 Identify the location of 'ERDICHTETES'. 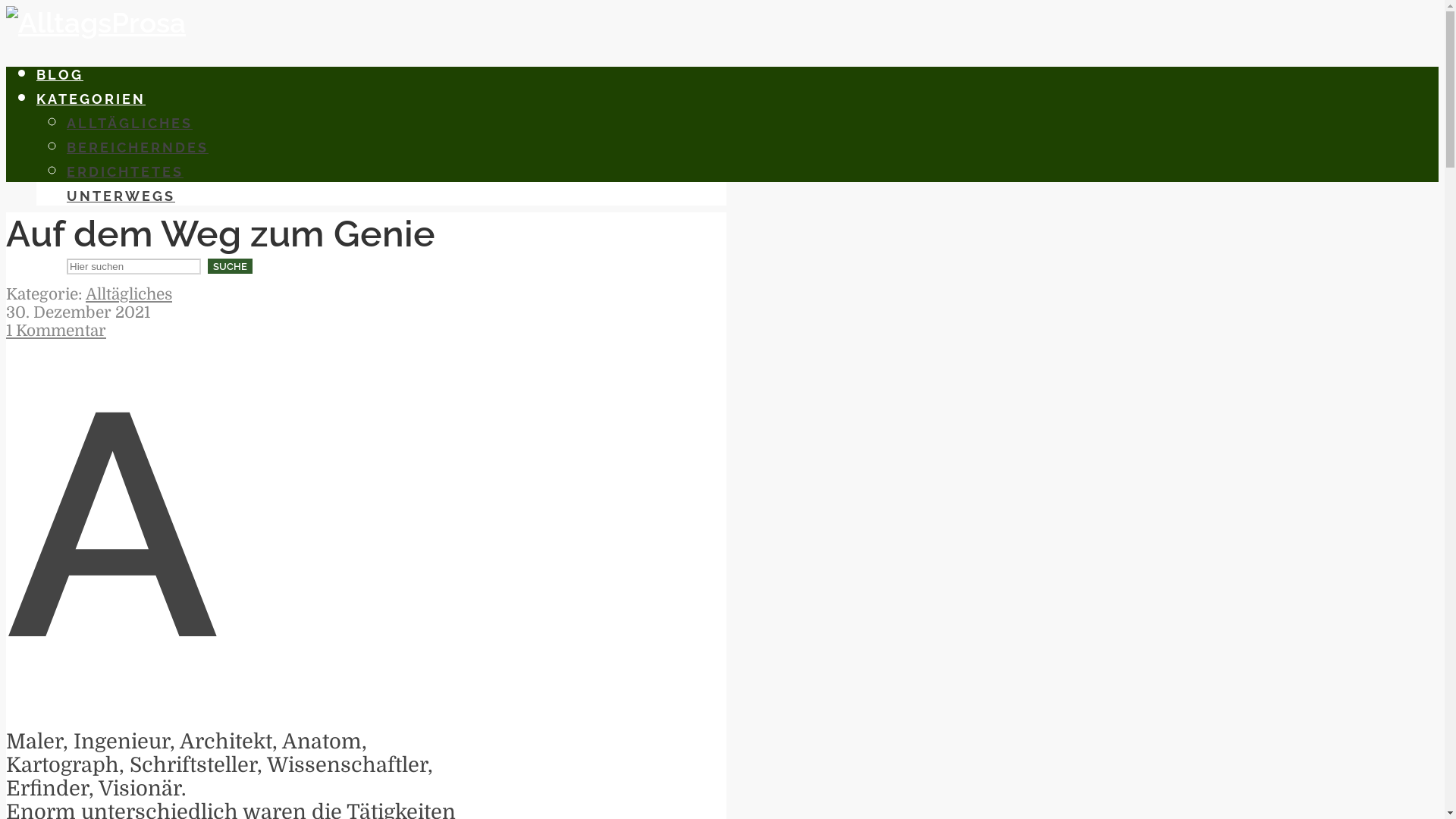
(65, 171).